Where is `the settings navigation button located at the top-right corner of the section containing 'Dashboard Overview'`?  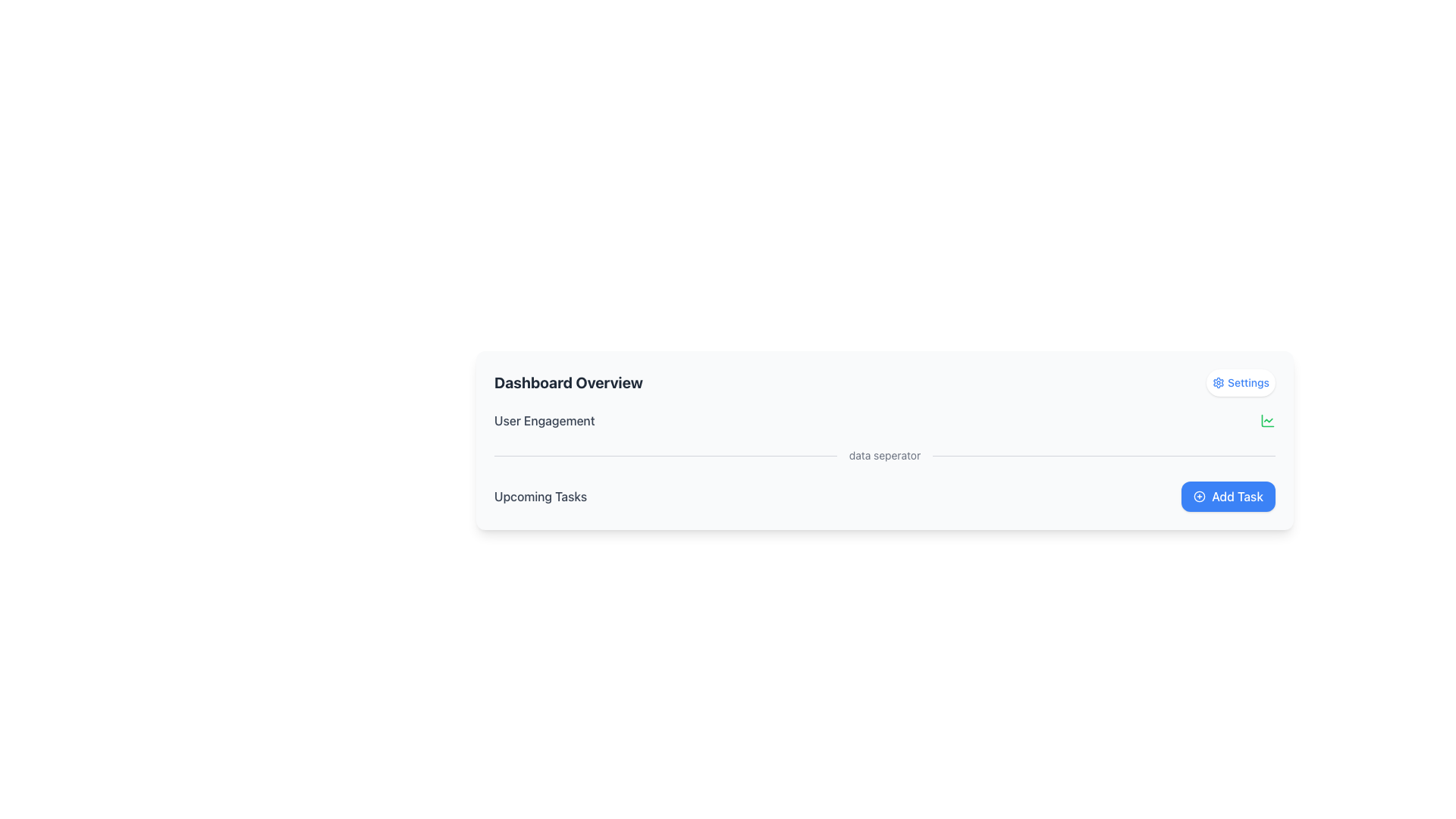 the settings navigation button located at the top-right corner of the section containing 'Dashboard Overview' is located at coordinates (1241, 382).